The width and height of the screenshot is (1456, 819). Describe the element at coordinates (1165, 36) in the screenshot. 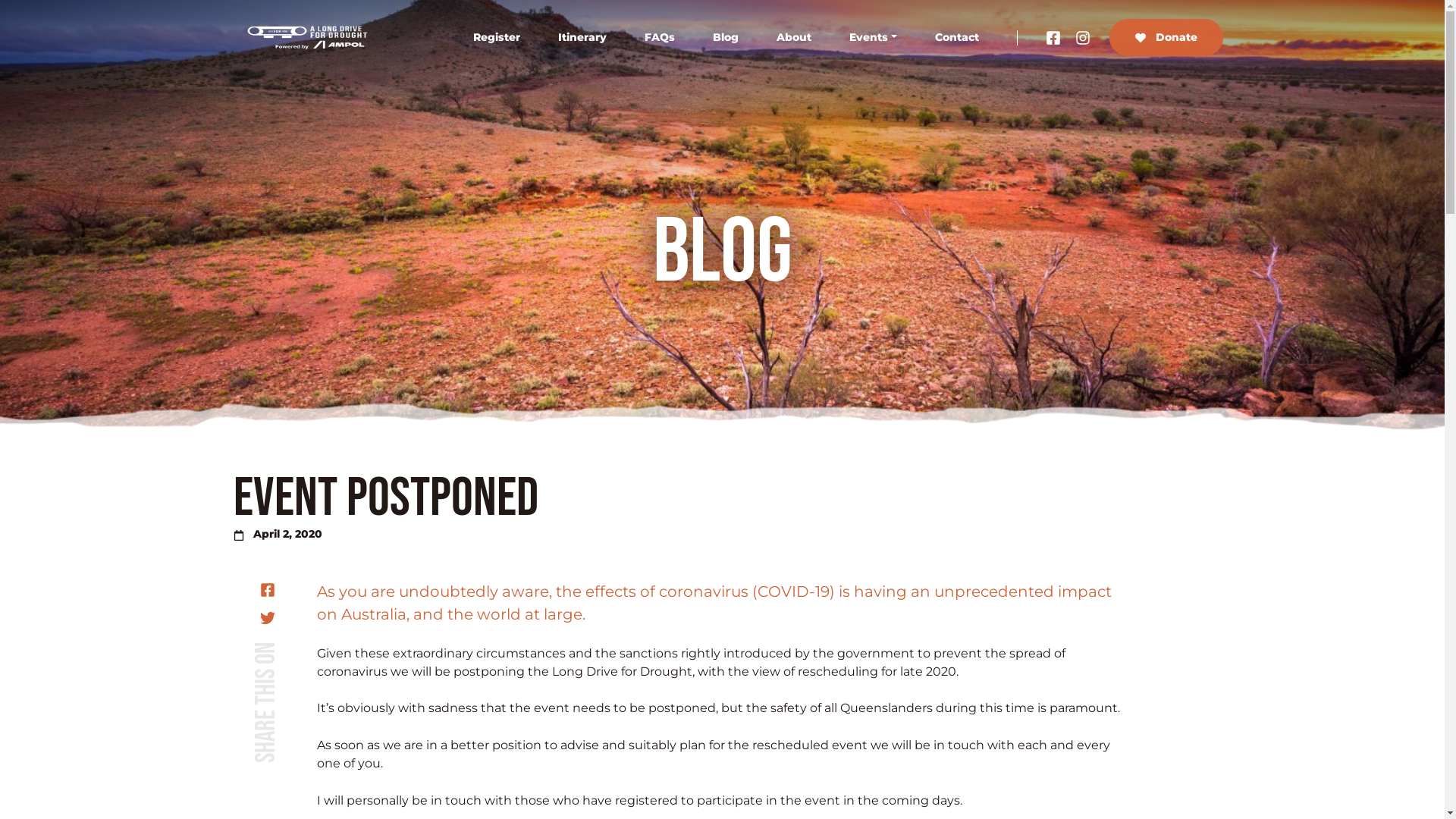

I see `'Donate'` at that location.